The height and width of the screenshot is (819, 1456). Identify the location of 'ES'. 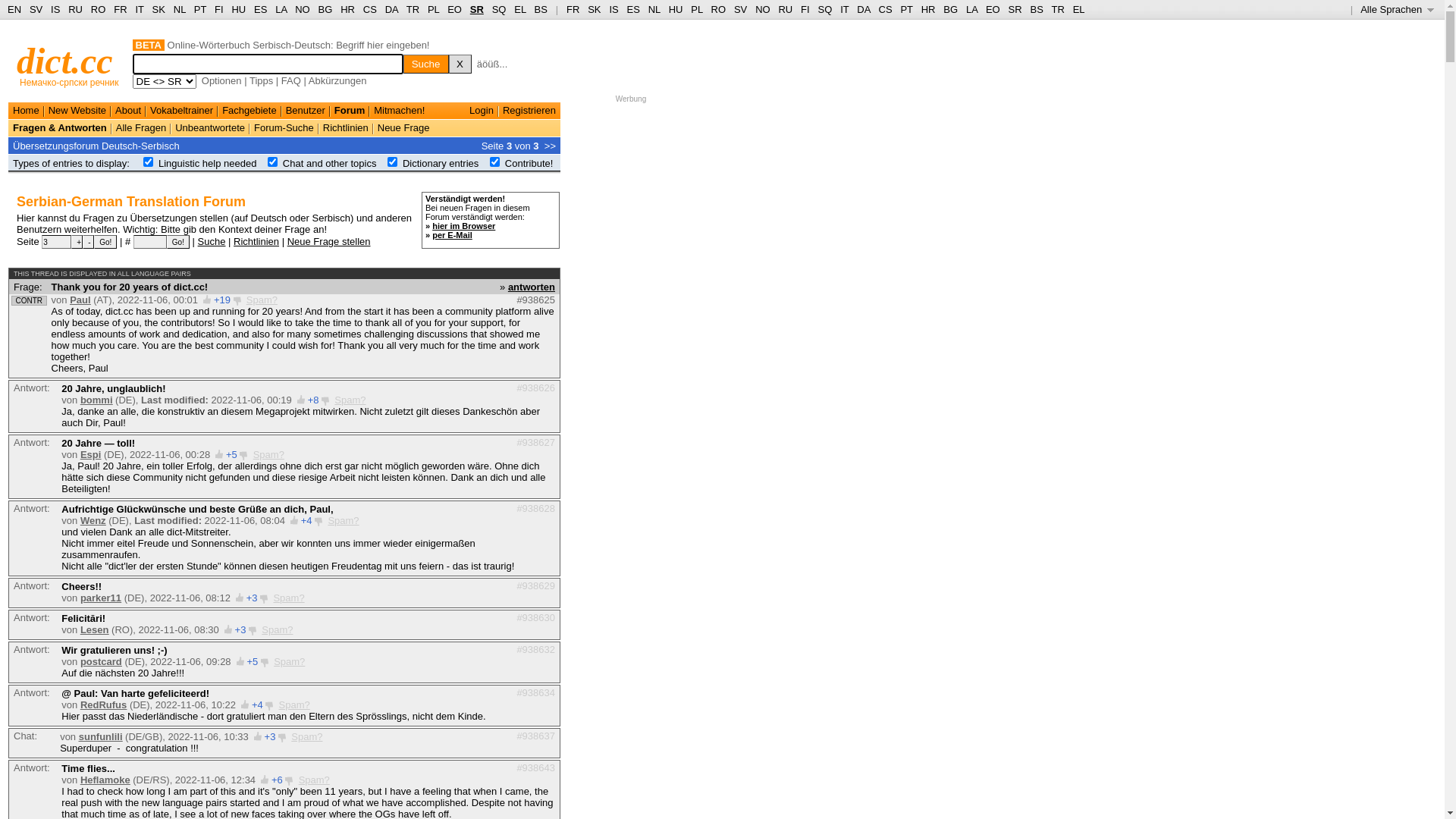
(260, 9).